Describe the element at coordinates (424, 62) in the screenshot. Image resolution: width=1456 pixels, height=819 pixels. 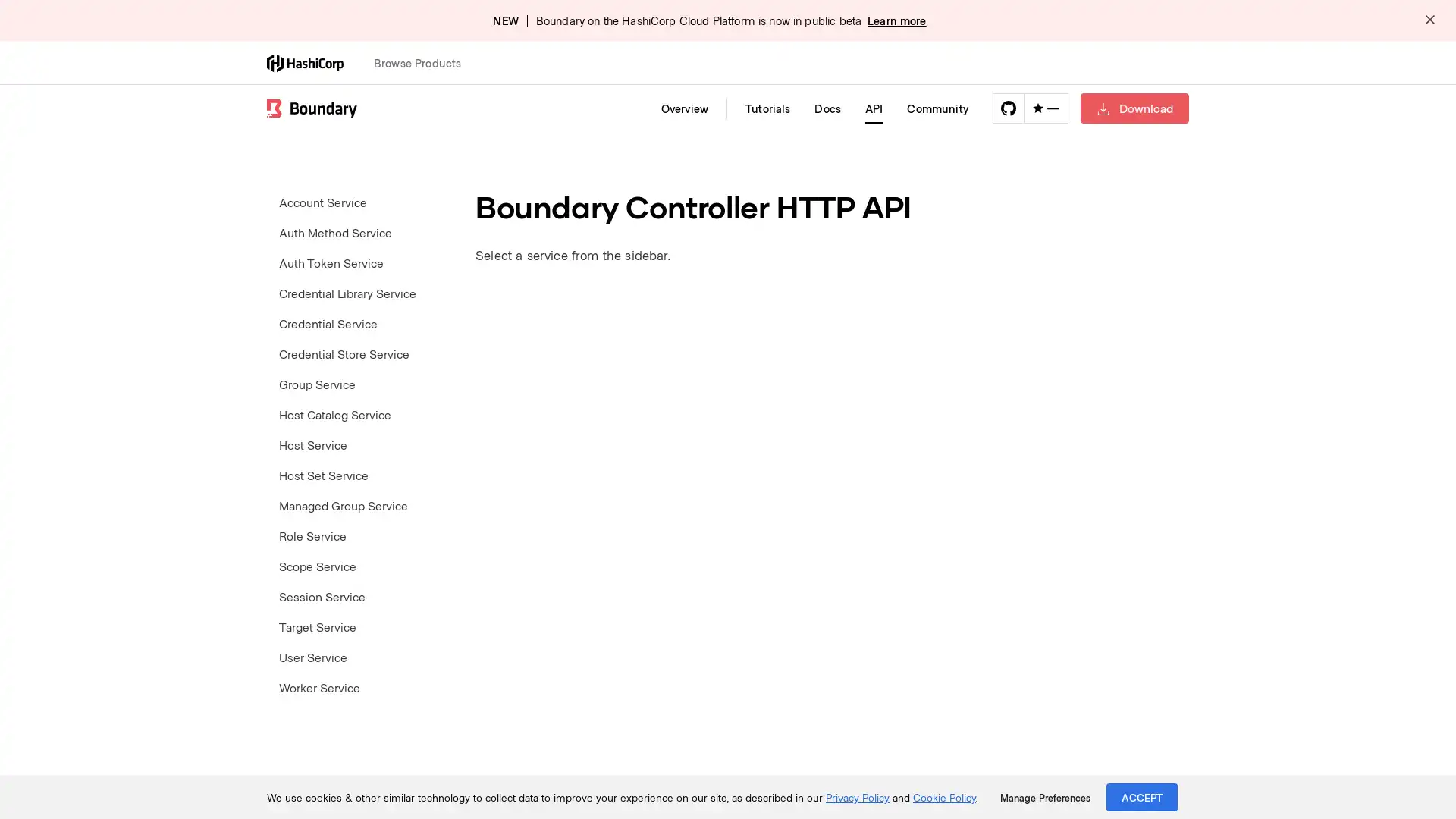
I see `Browse Products Open this menu` at that location.